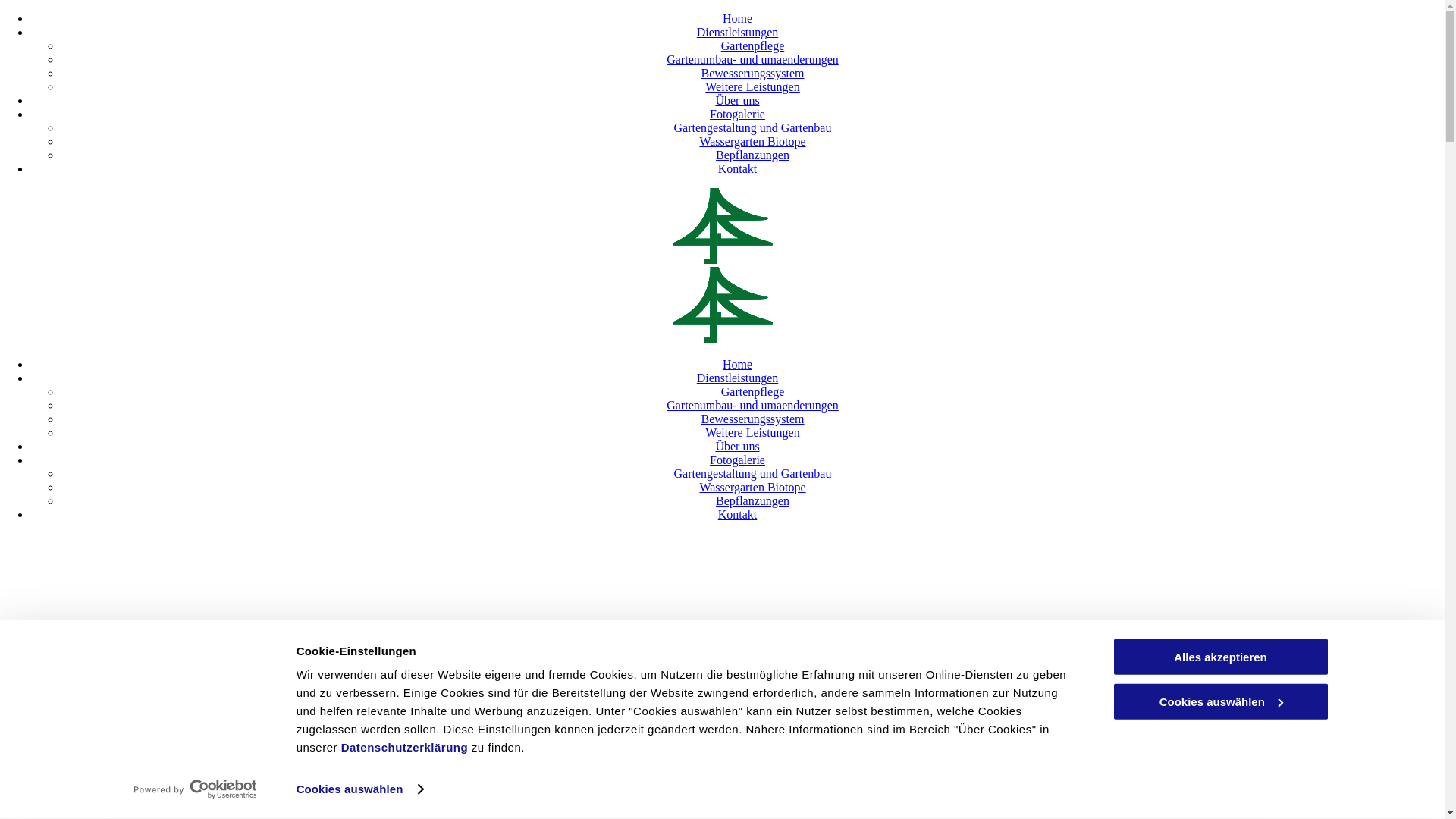 The height and width of the screenshot is (819, 1456). I want to click on 'Home', so click(737, 18).